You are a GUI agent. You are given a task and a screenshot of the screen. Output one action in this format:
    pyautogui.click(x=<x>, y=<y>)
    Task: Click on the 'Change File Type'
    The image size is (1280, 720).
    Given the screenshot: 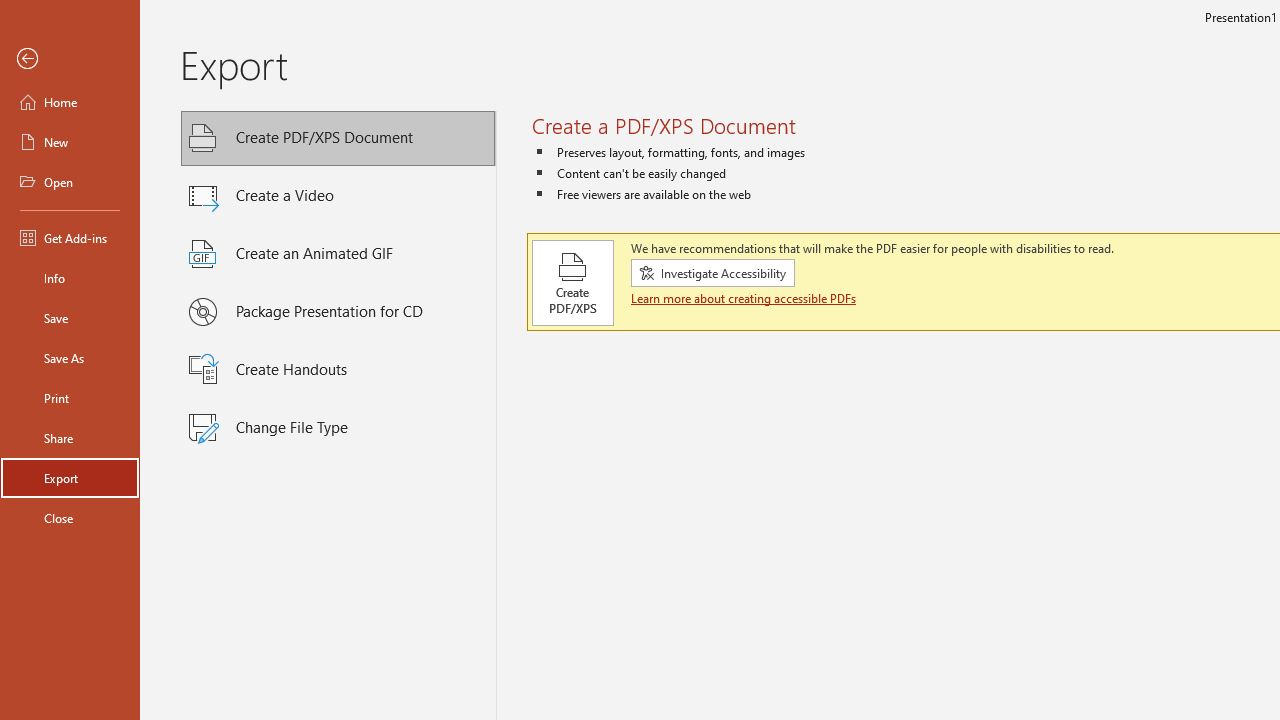 What is the action you would take?
    pyautogui.click(x=338, y=427)
    